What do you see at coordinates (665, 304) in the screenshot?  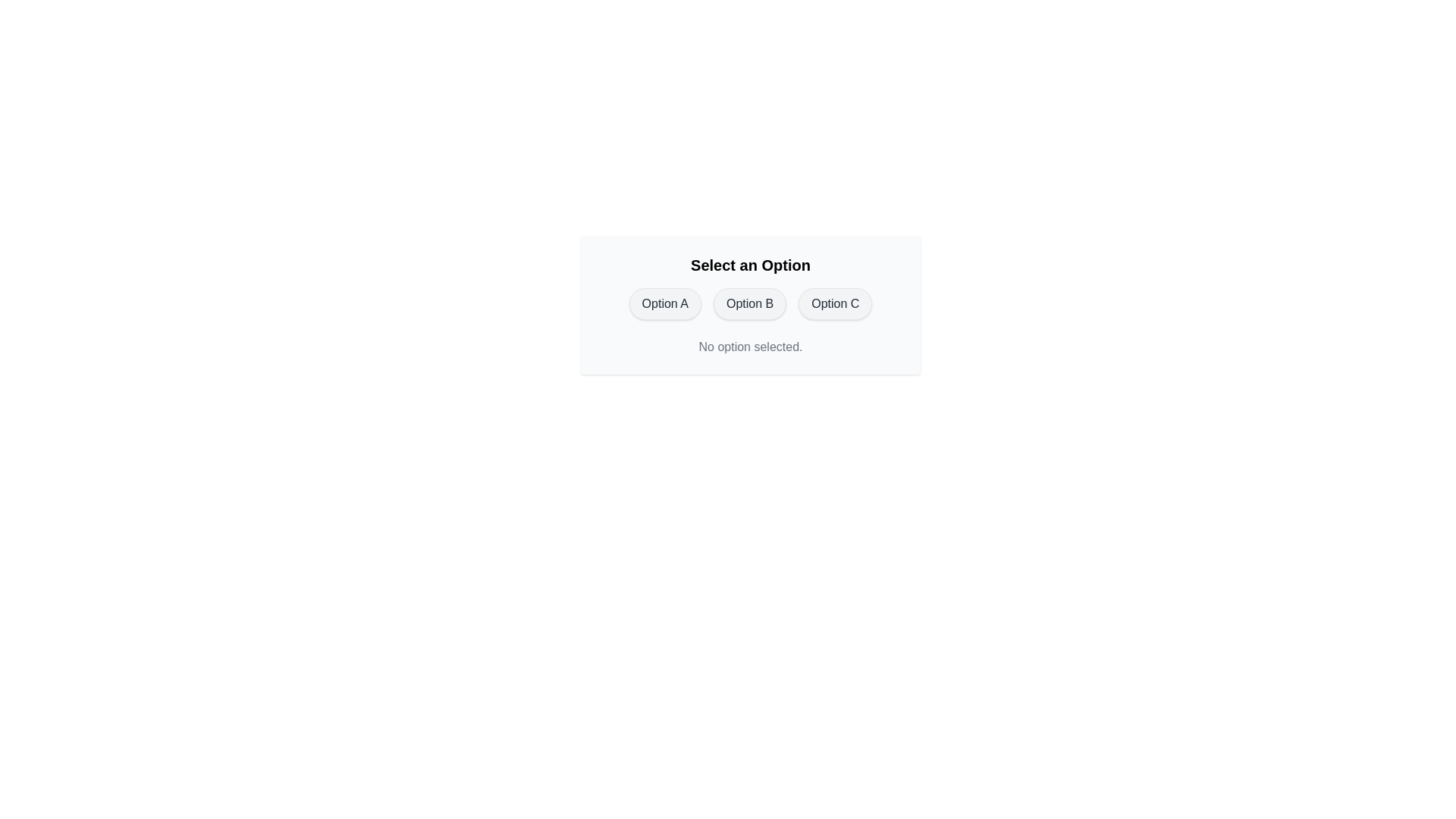 I see `the button corresponding to Option A to select it` at bounding box center [665, 304].